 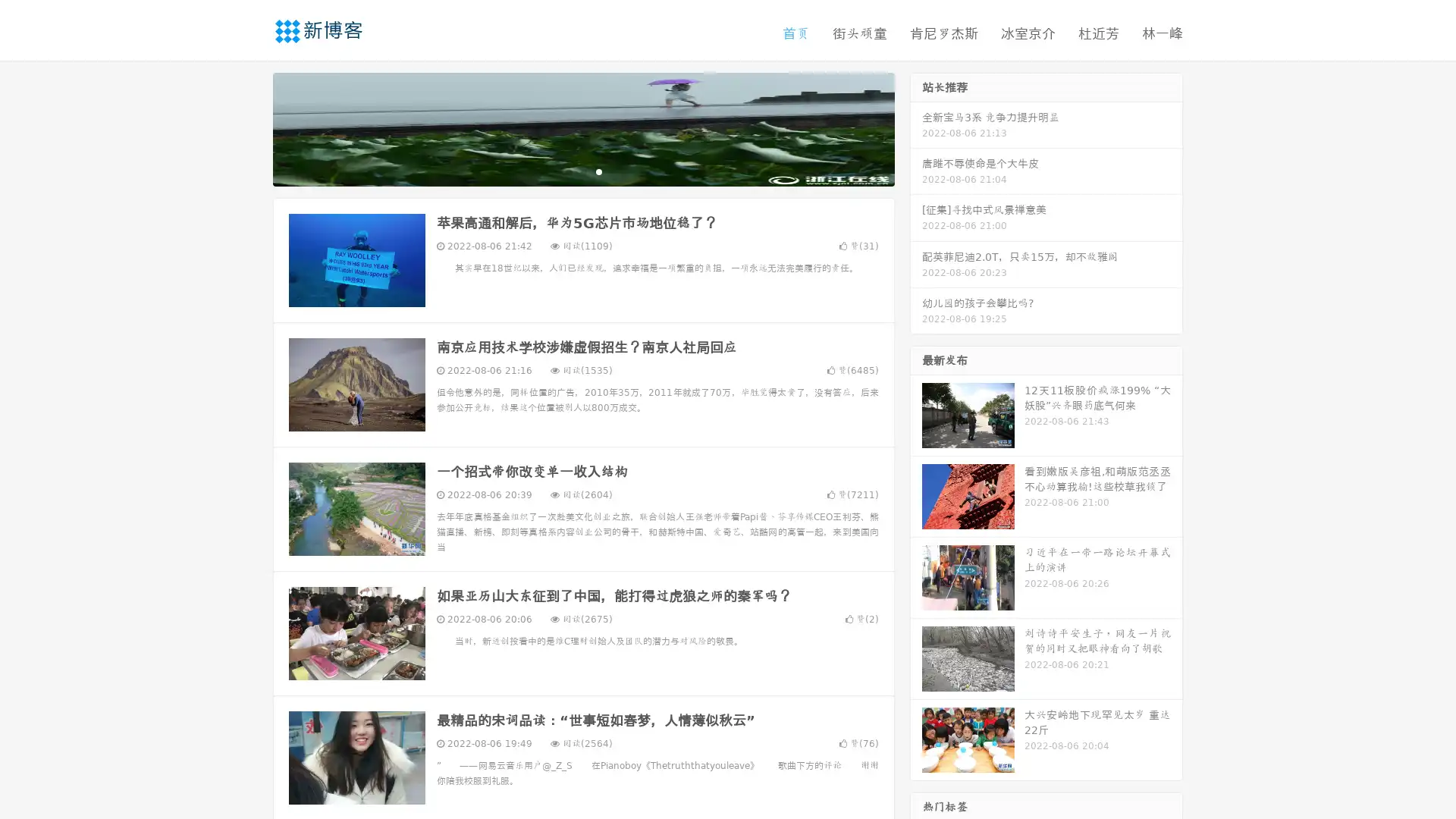 What do you see at coordinates (567, 171) in the screenshot?
I see `Go to slide 1` at bounding box center [567, 171].